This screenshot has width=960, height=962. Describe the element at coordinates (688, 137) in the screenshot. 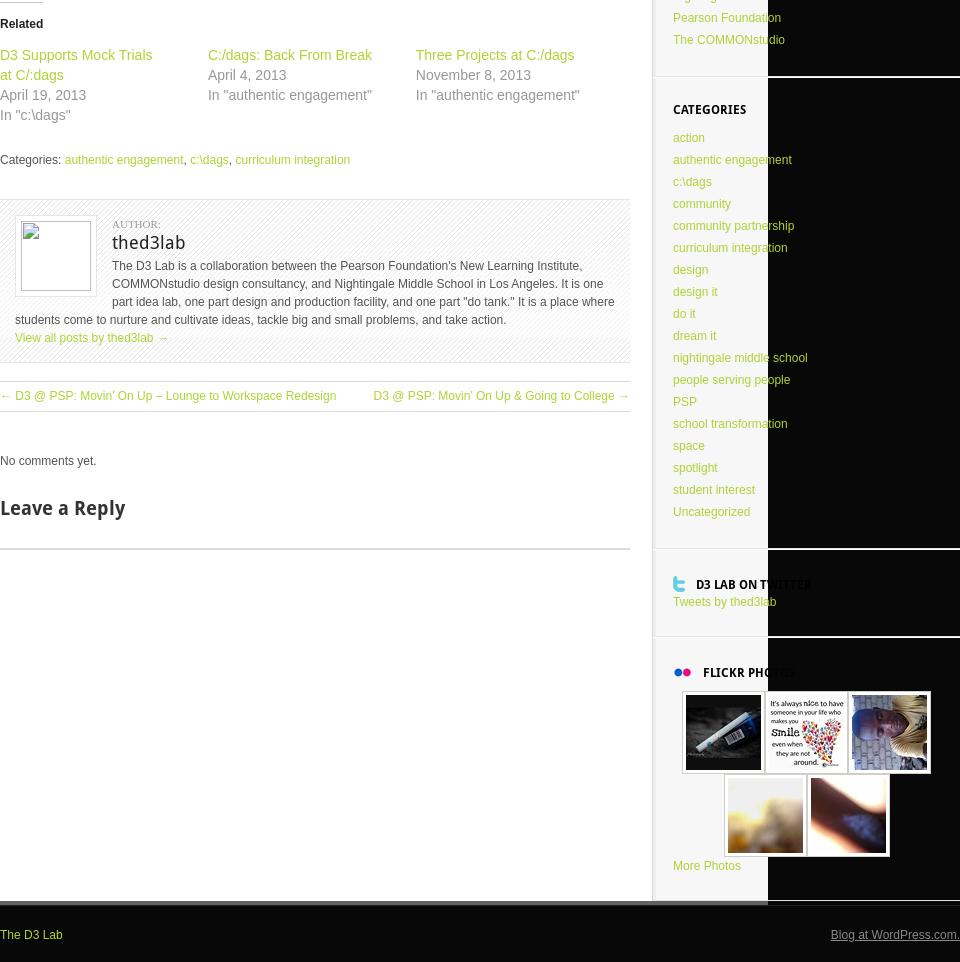

I see `'action'` at that location.